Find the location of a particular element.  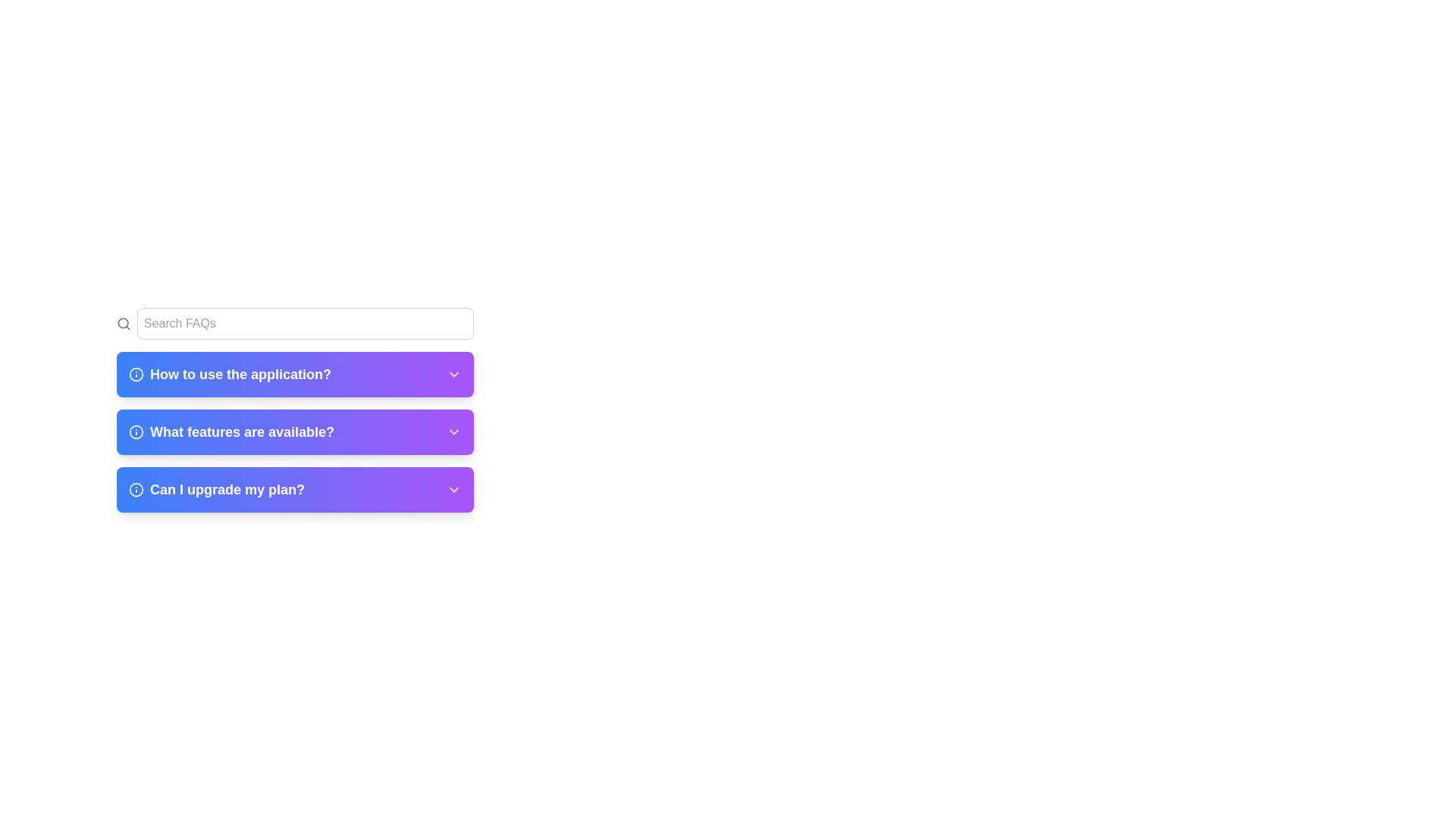

the icon element preceding the text label of the second FAQ entry labeled 'What features are available?' is located at coordinates (136, 432).